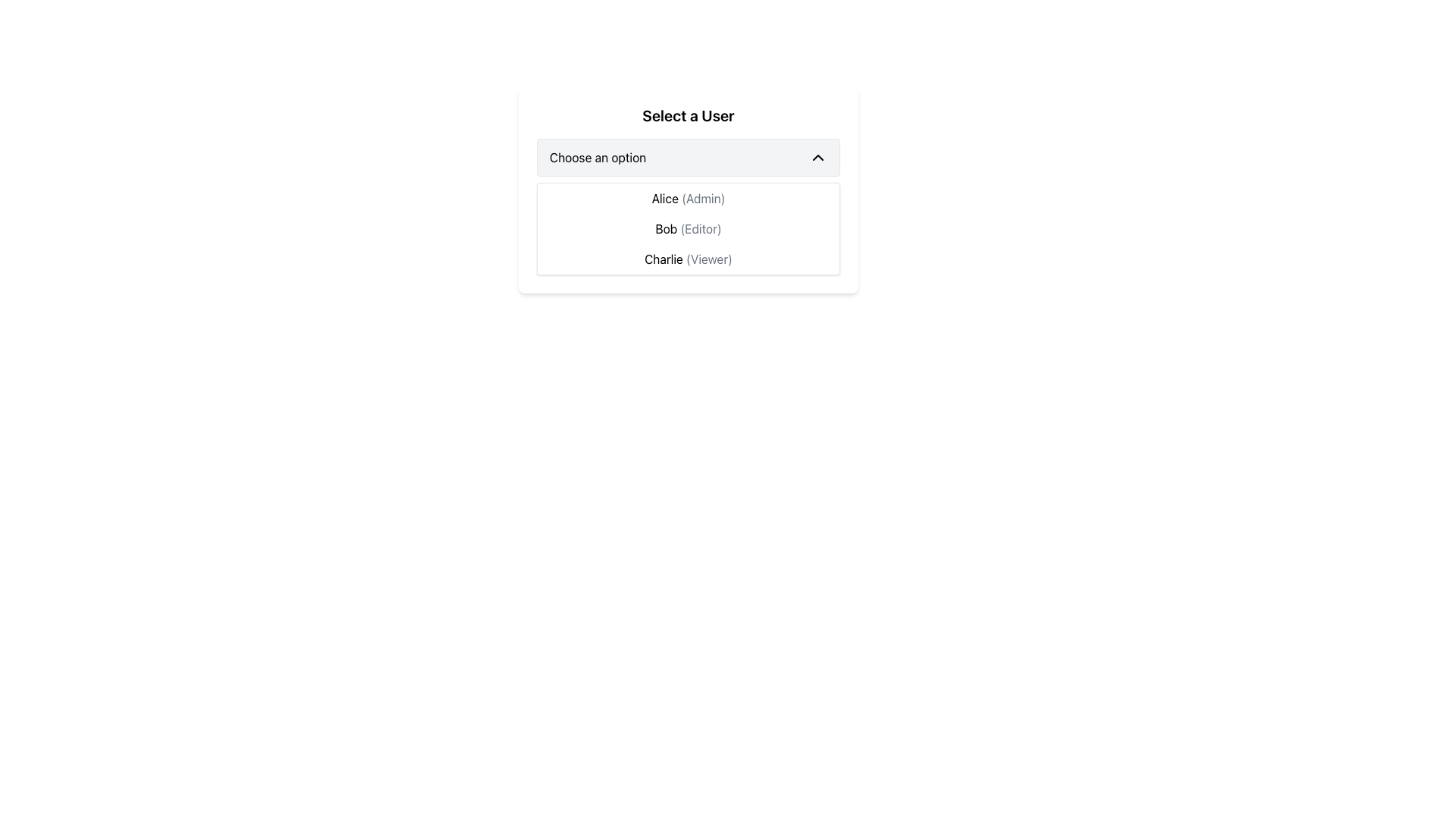  Describe the element at coordinates (687, 198) in the screenshot. I see `the first entry in the dropdown list labeled 'Select a User', which allows the user to select 'Alice (Admin)'` at that location.